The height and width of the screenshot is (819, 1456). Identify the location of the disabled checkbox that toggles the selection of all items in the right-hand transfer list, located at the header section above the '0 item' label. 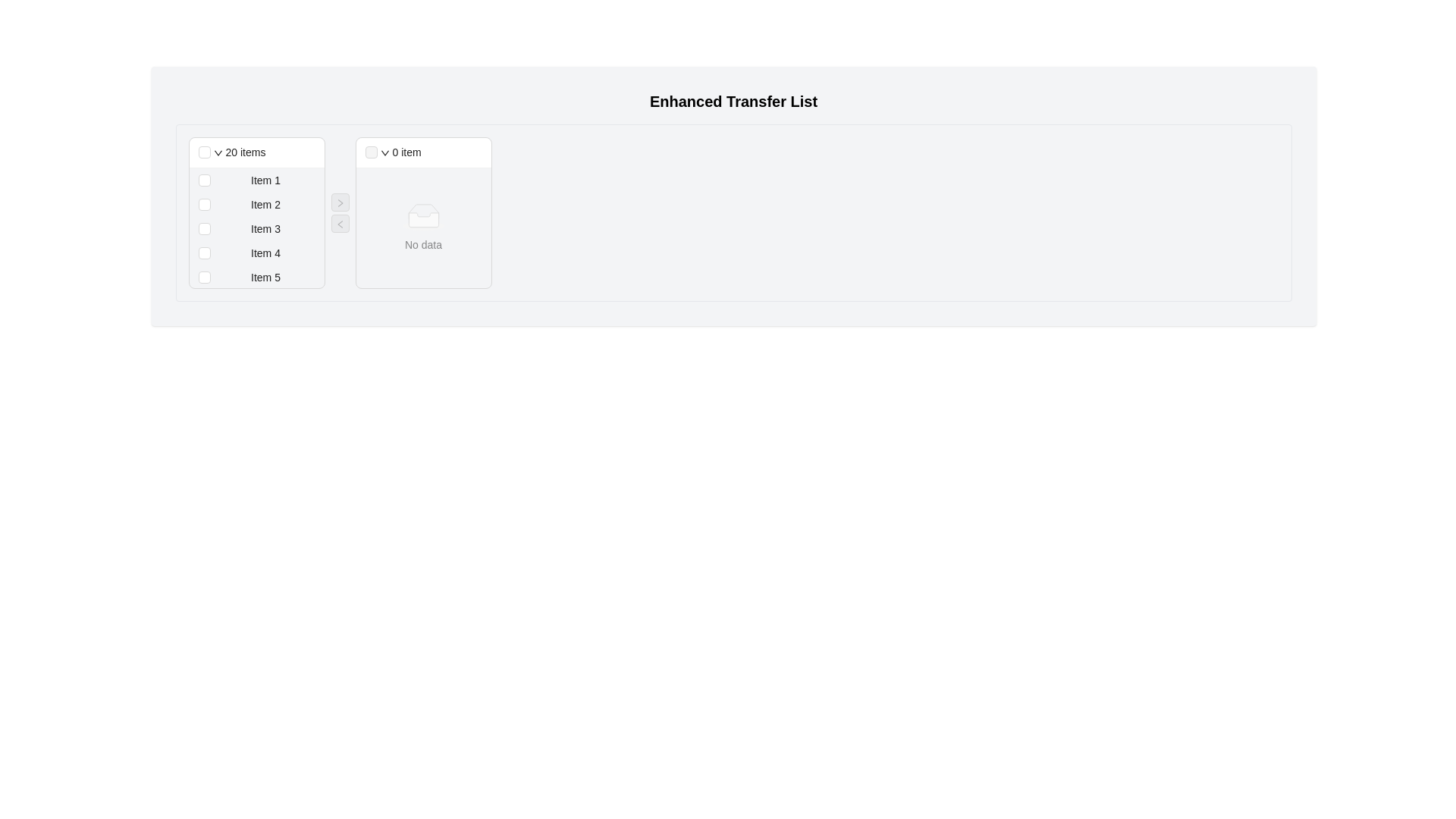
(371, 152).